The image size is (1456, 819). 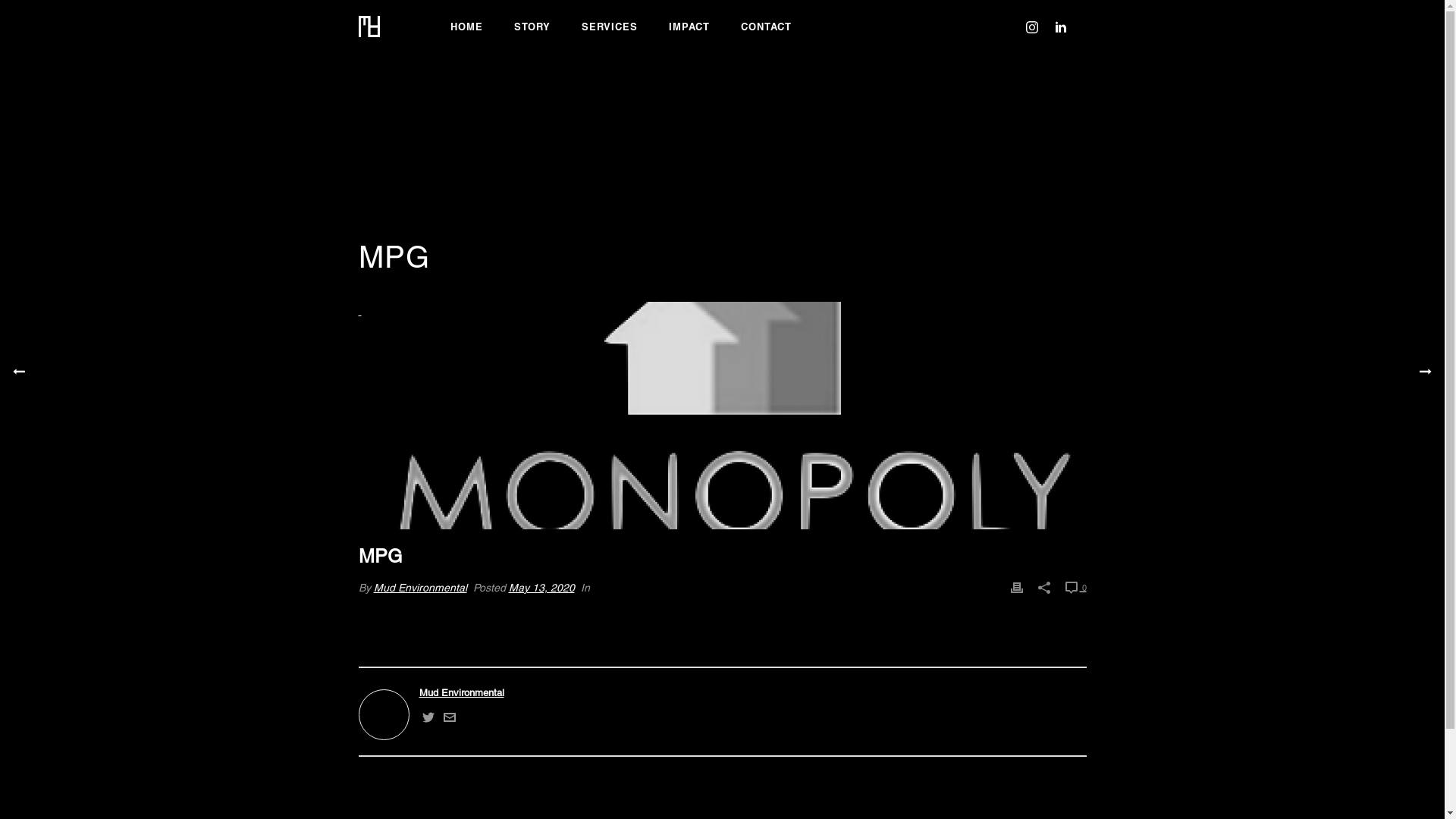 What do you see at coordinates (372, 586) in the screenshot?
I see `'Mud Environmental'` at bounding box center [372, 586].